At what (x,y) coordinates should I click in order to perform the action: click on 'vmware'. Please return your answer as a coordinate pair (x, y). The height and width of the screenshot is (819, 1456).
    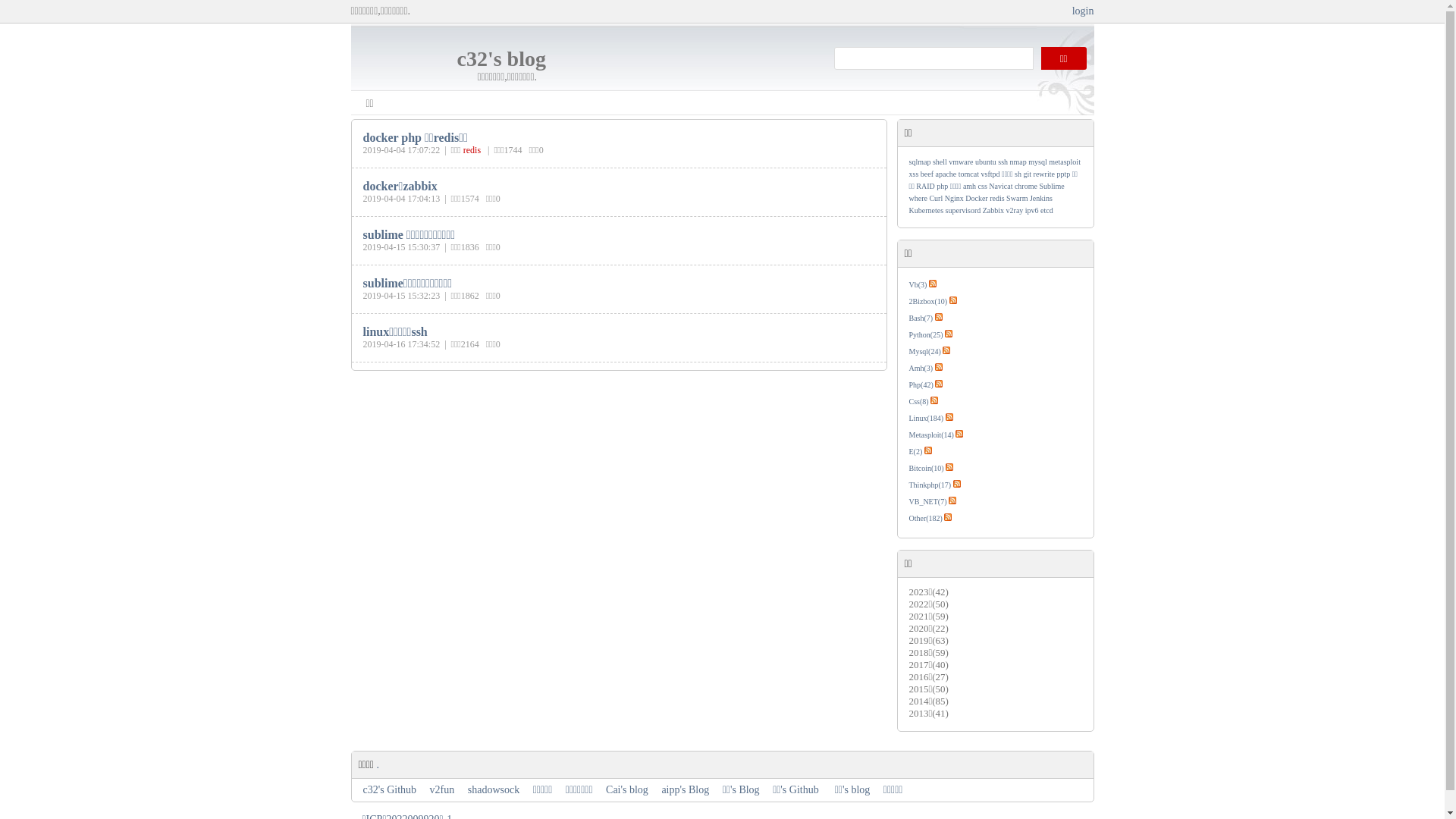
    Looking at the image, I should click on (960, 162).